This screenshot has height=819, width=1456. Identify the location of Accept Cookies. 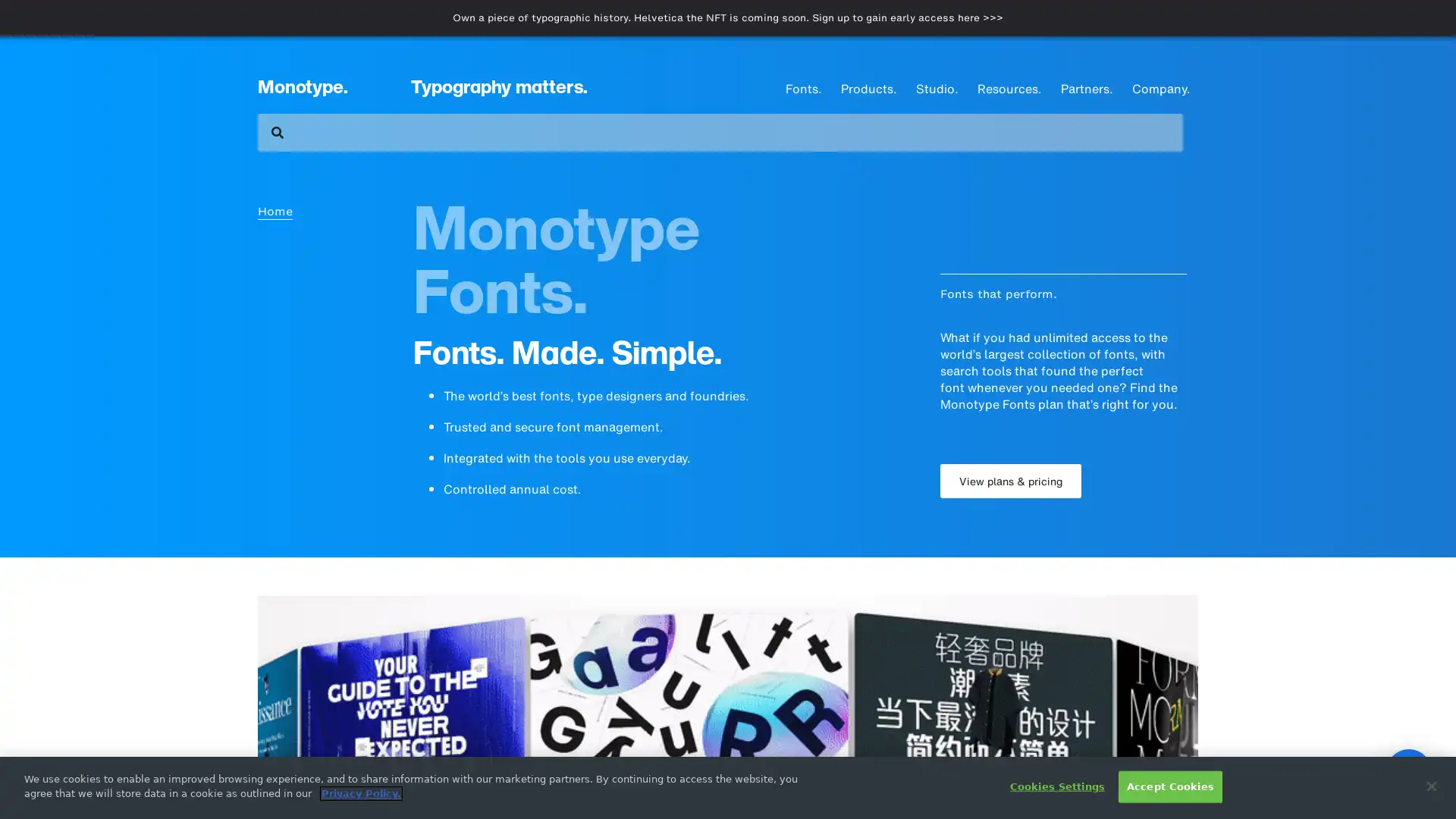
(1169, 786).